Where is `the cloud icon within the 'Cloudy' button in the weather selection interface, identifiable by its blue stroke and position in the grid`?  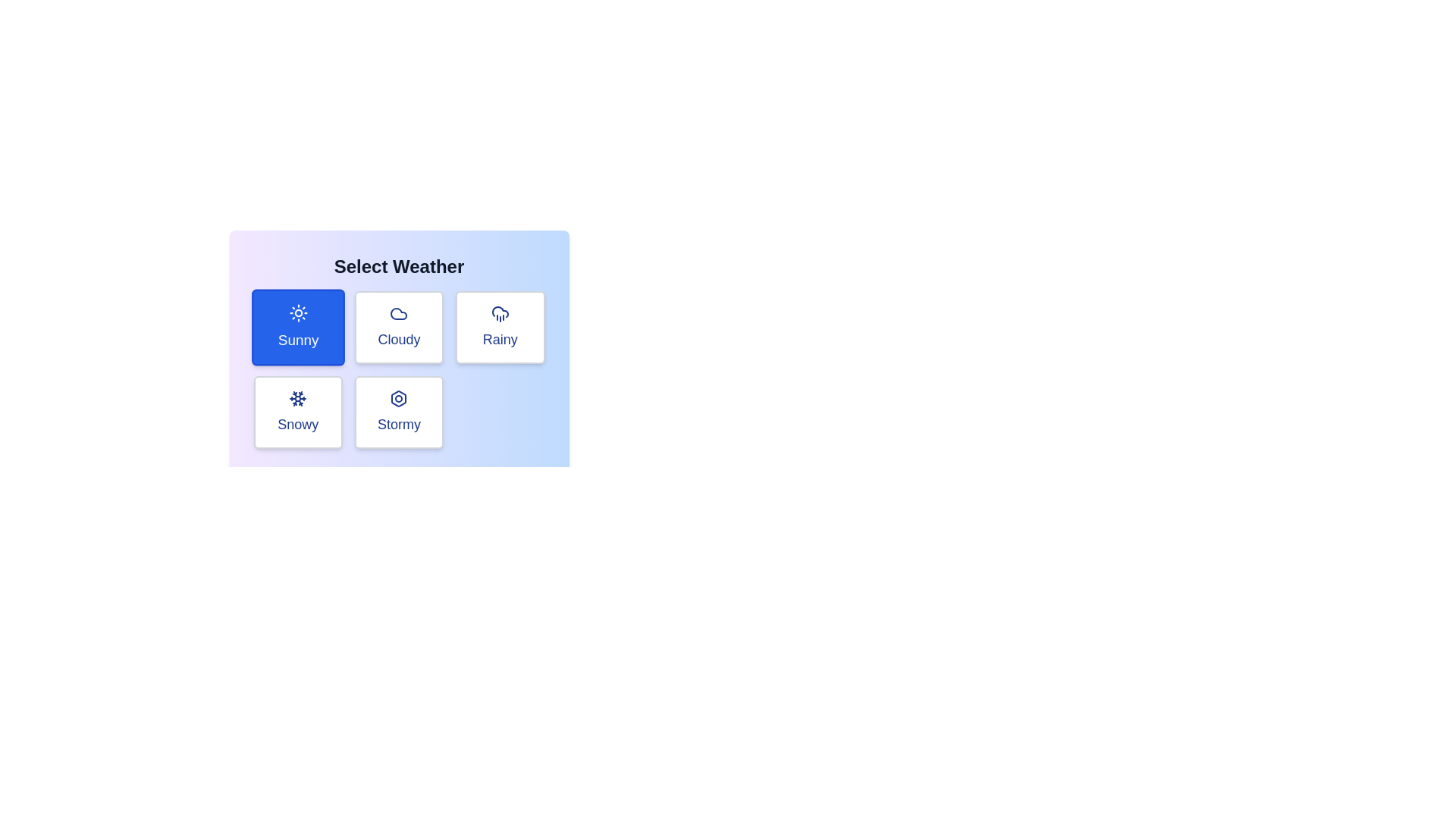 the cloud icon within the 'Cloudy' button in the weather selection interface, identifiable by its blue stroke and position in the grid is located at coordinates (399, 312).